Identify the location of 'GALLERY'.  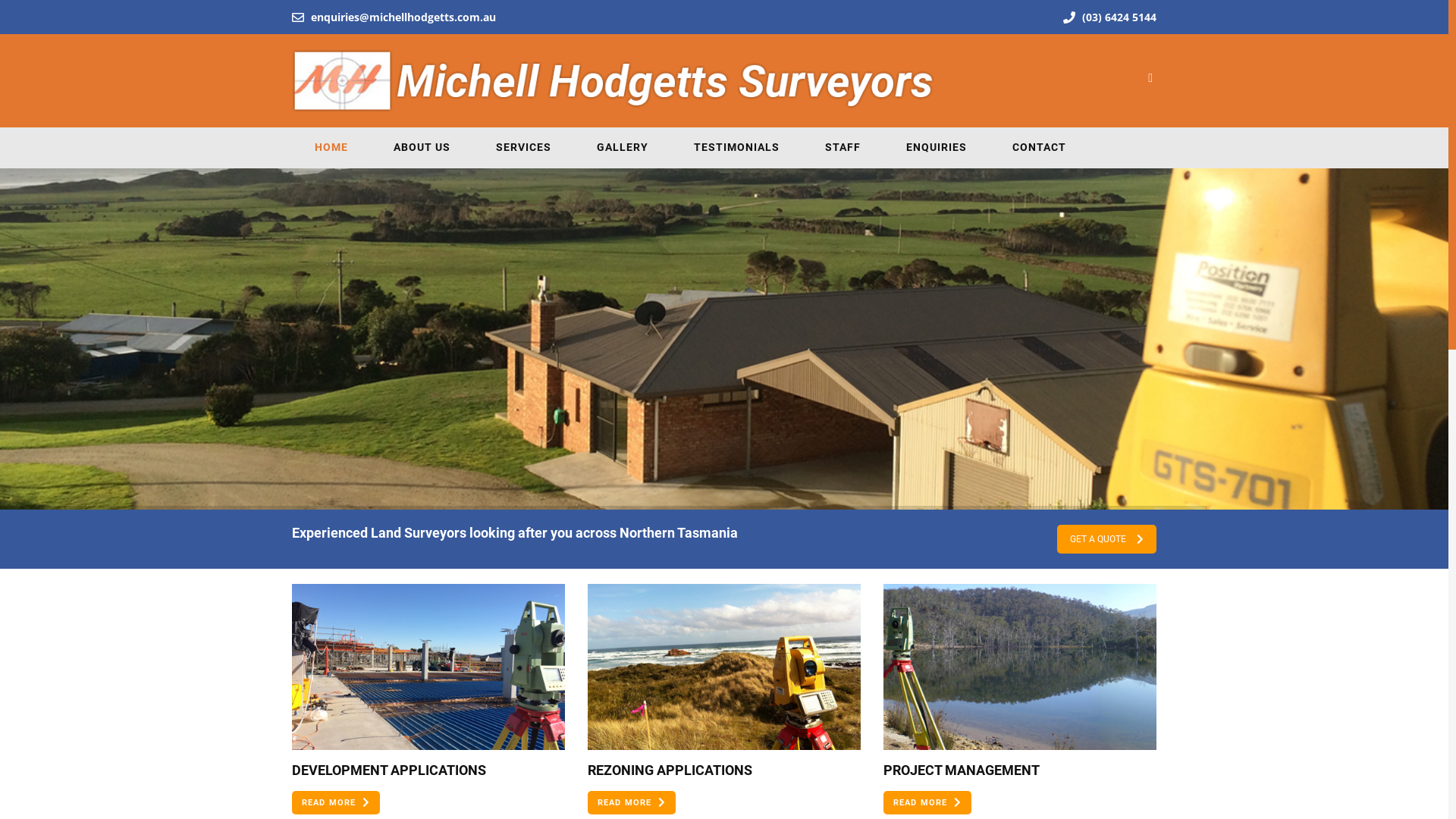
(622, 147).